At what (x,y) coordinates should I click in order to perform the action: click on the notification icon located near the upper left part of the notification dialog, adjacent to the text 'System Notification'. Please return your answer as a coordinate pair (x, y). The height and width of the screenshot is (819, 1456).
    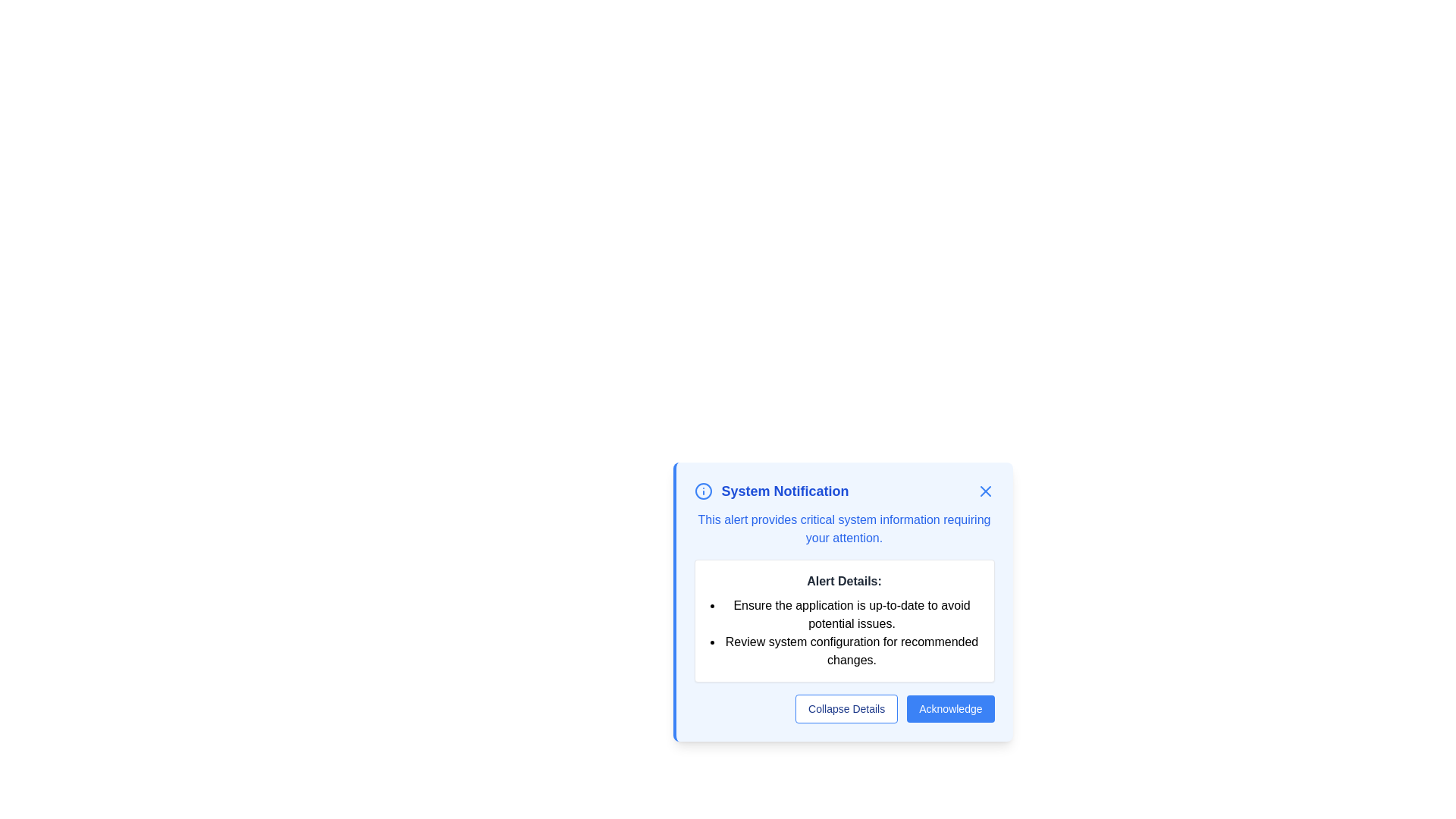
    Looking at the image, I should click on (702, 491).